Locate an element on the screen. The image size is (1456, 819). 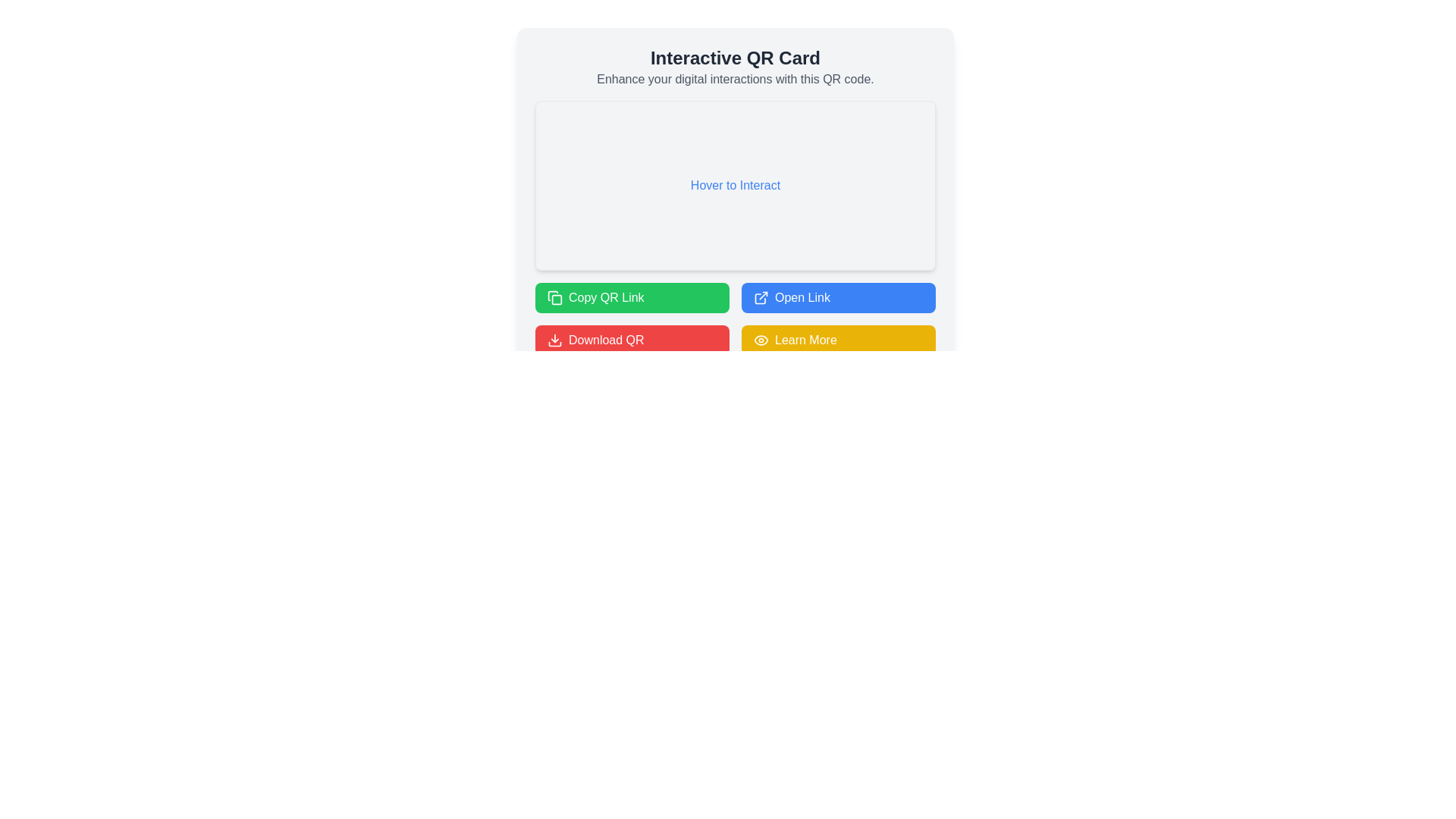
the eye-shaped icon located to the left of the 'Learn More' text within the yellow button in the bottom right corner of the interface is located at coordinates (761, 339).